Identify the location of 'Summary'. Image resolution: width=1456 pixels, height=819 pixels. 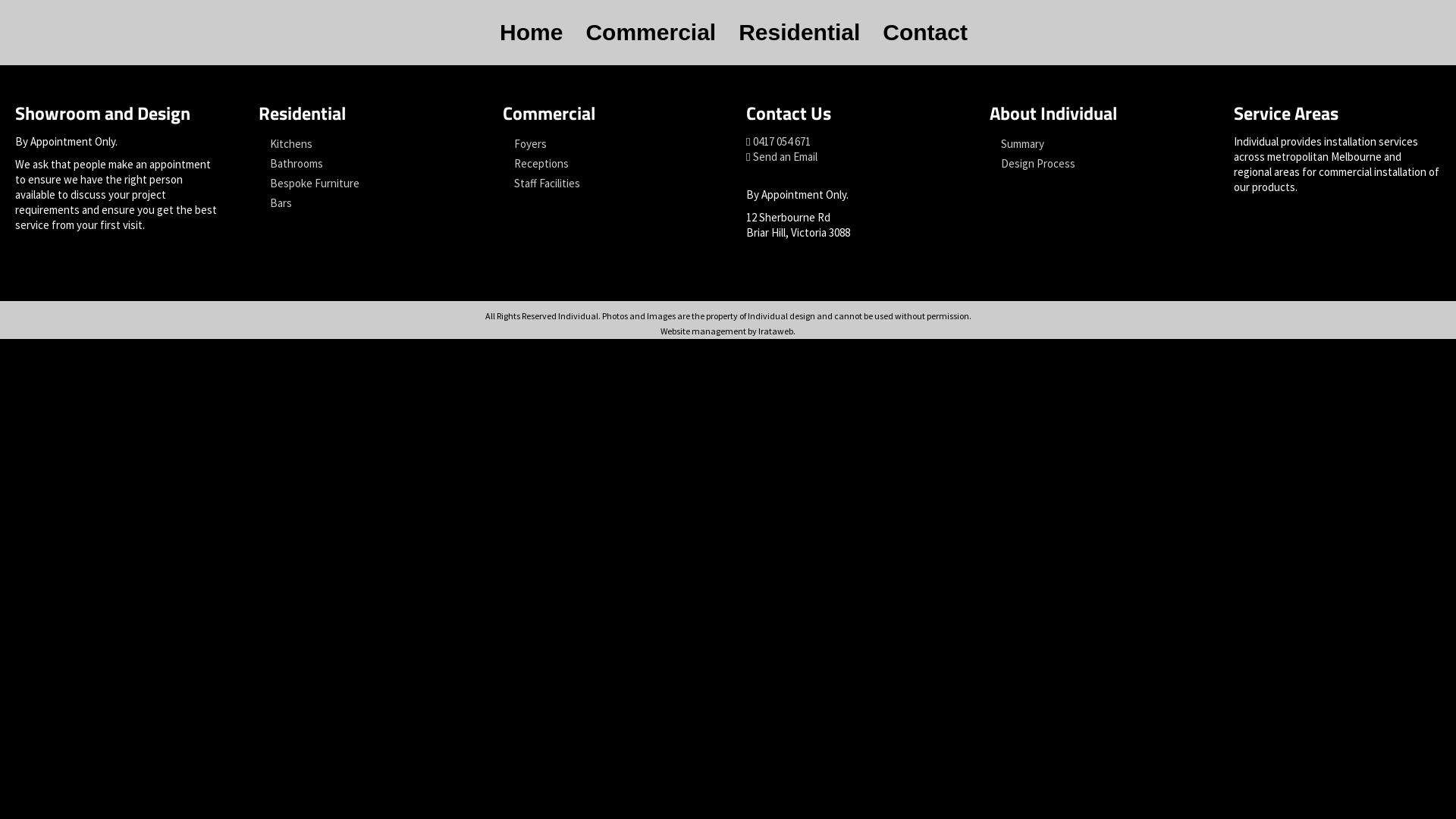
(1093, 143).